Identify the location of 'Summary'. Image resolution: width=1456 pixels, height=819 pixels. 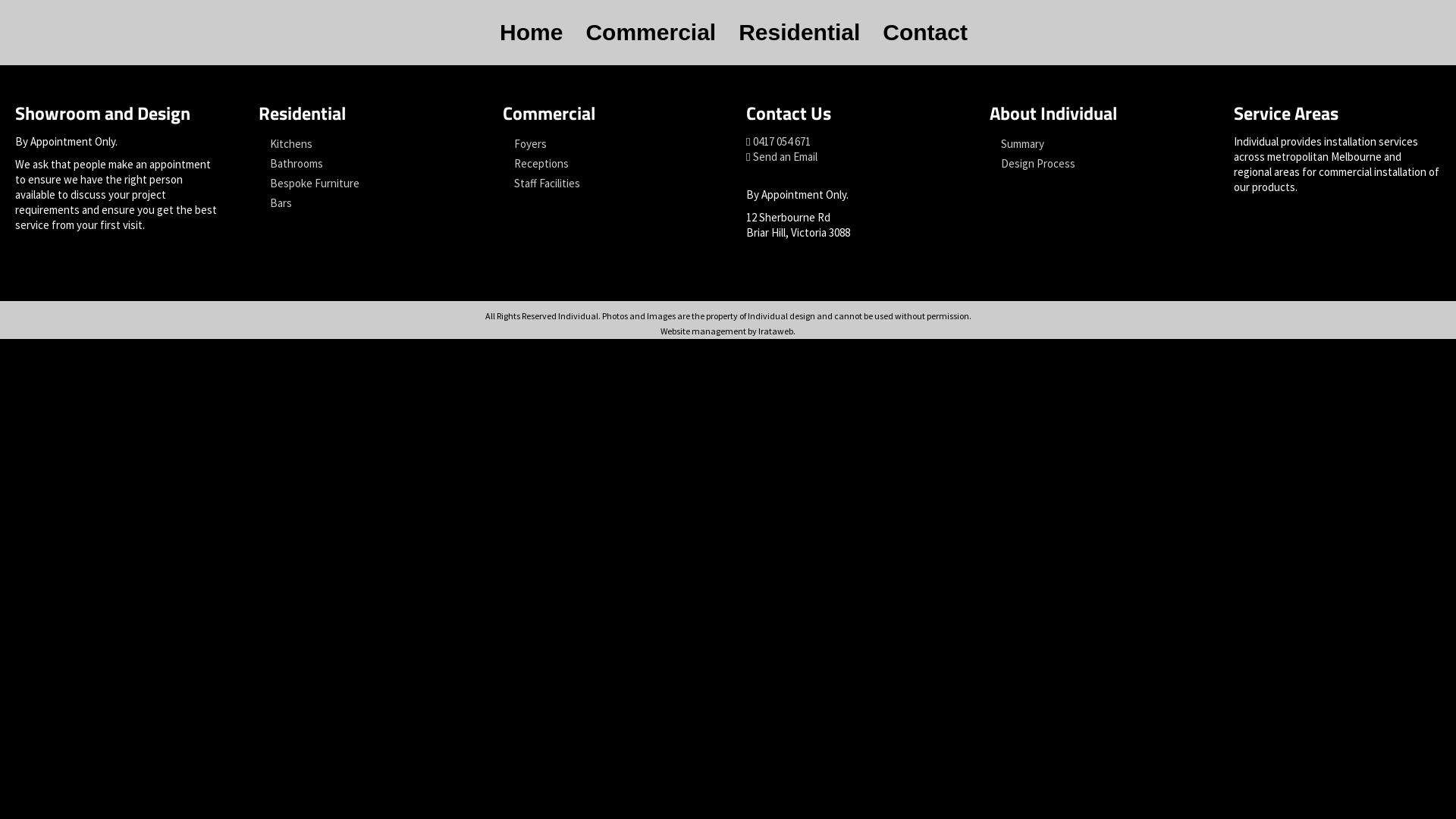
(1093, 143).